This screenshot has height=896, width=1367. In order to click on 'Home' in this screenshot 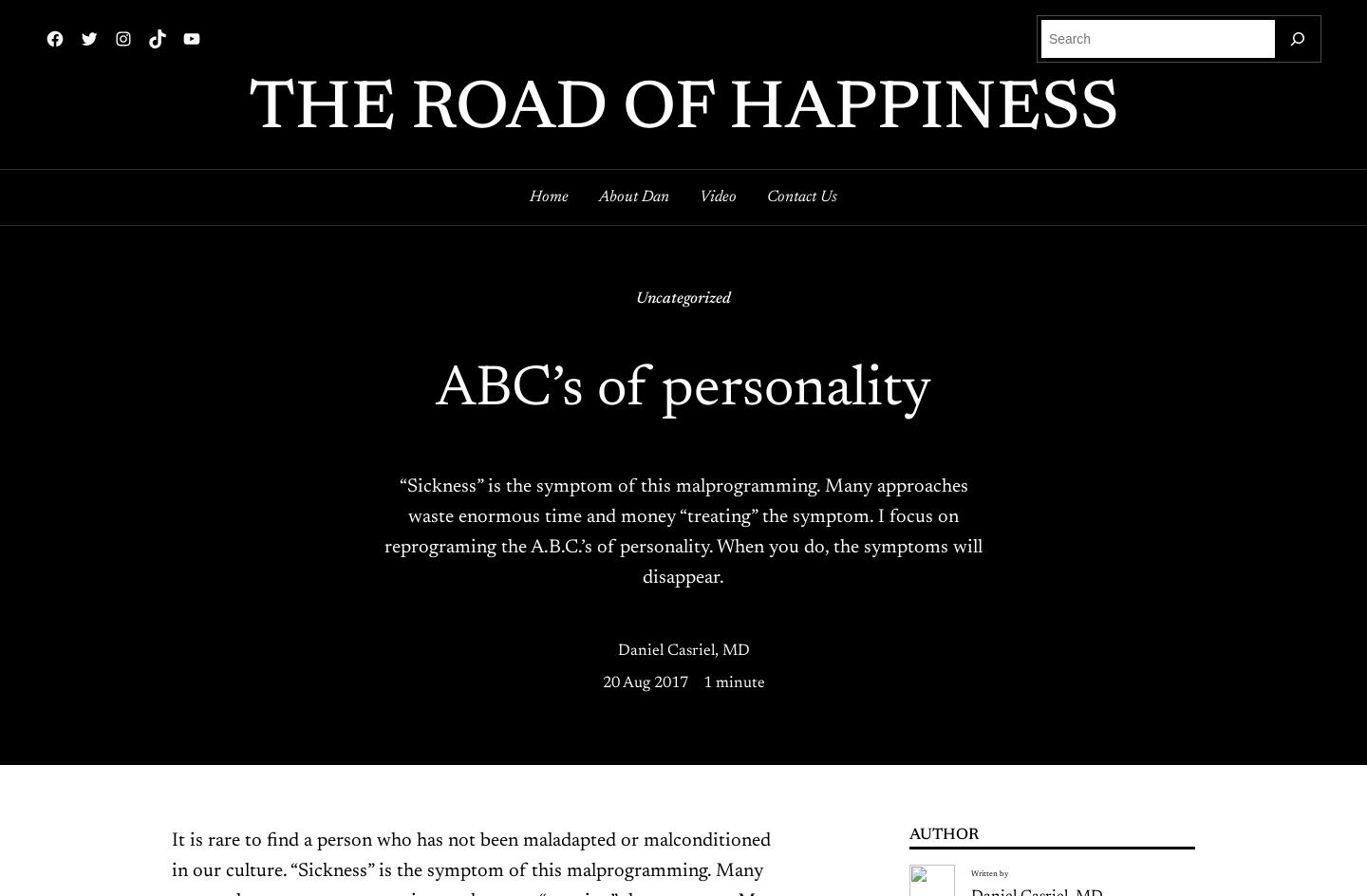, I will do `click(530, 196)`.